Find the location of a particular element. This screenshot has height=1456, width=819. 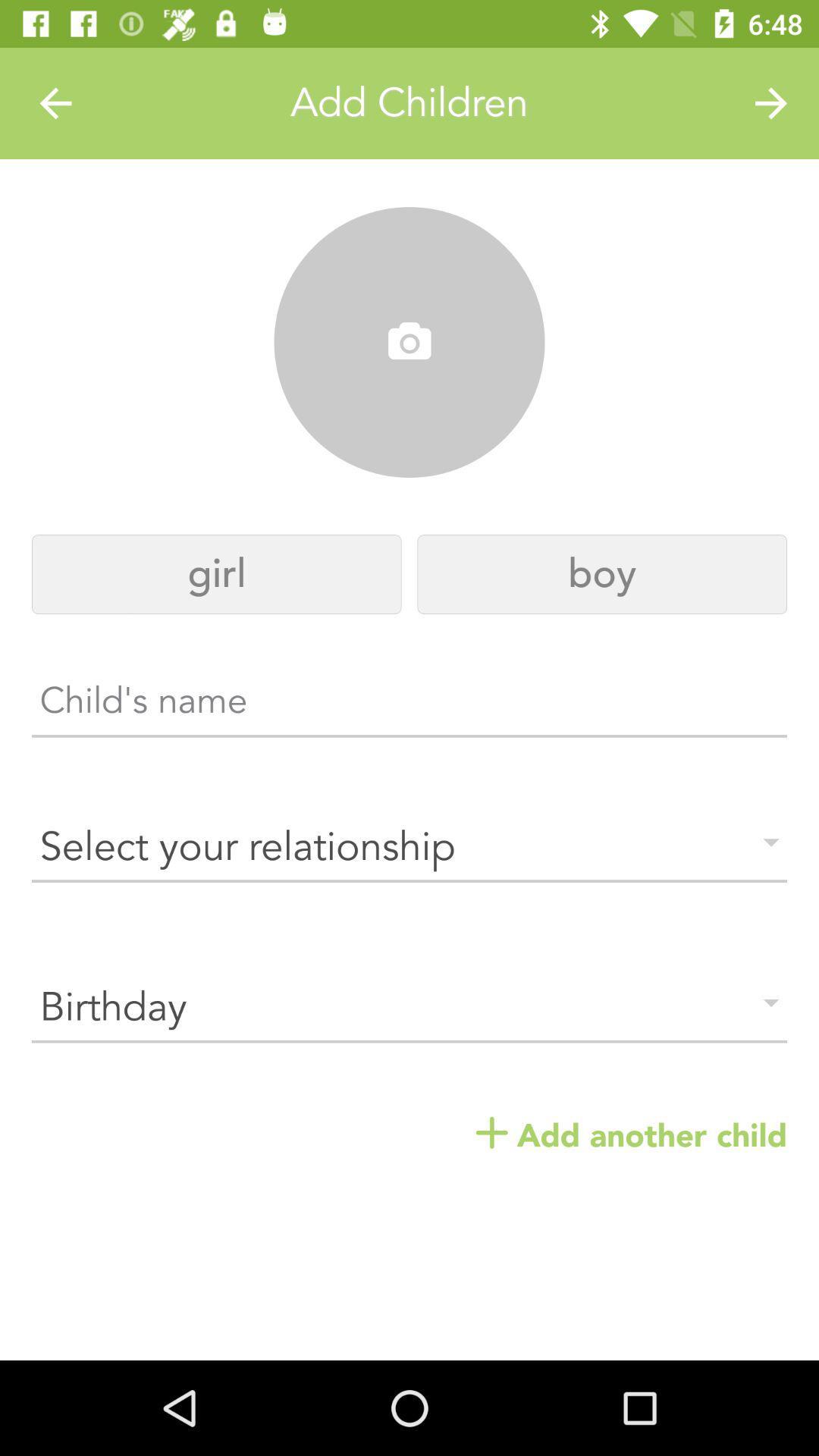

item next to add children icon is located at coordinates (55, 102).